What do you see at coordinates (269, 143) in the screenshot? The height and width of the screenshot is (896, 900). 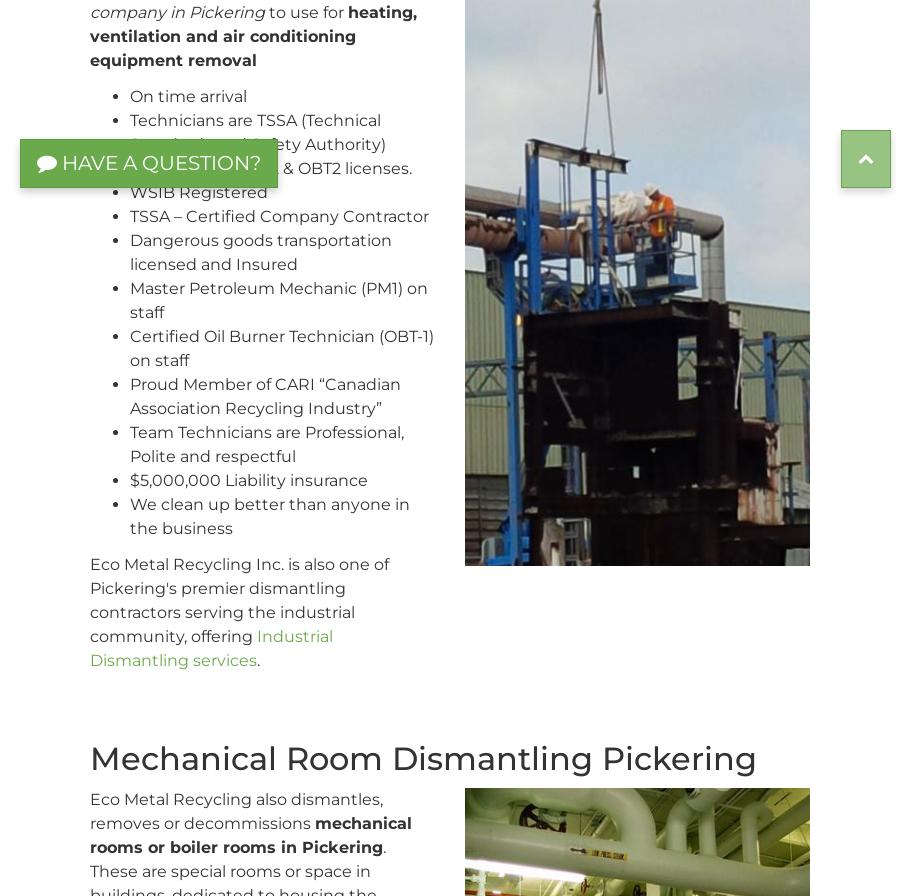 I see `'Technicians are TSSA (Technical Standards and Safety Authority) Certified with PM2 & OBT2 licenses.'` at bounding box center [269, 143].